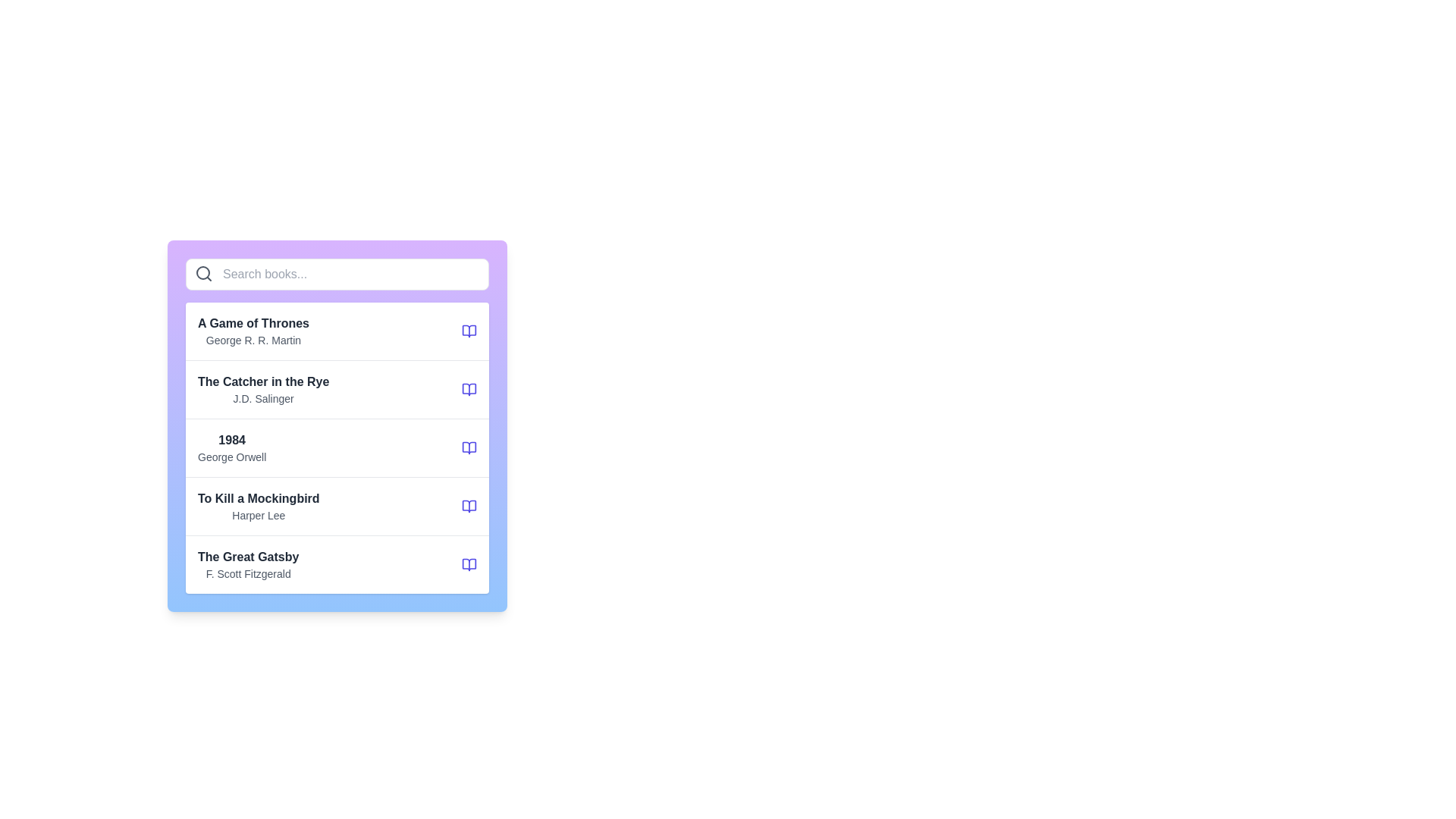 Image resolution: width=1456 pixels, height=819 pixels. I want to click on the text label displaying '1984' by George Orwell, so click(231, 447).